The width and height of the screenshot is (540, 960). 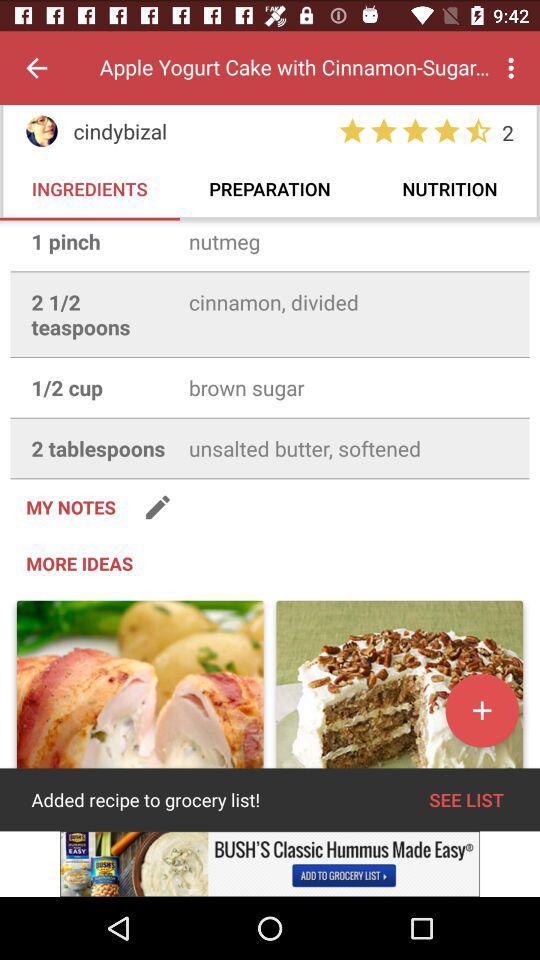 I want to click on the symbol beside 2, so click(x=477, y=130).